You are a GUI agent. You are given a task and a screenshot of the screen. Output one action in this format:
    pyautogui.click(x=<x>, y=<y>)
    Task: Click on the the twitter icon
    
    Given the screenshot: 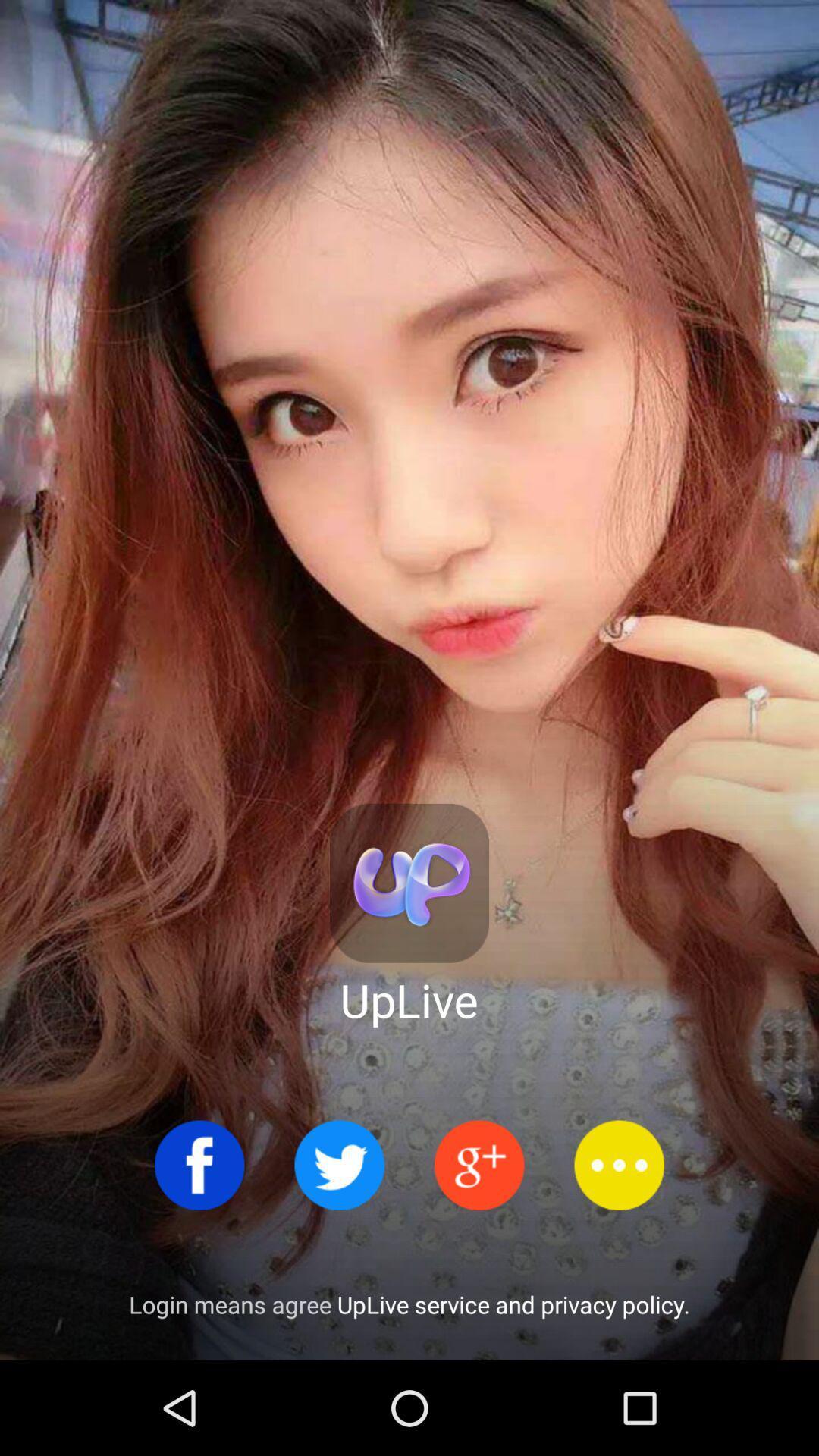 What is the action you would take?
    pyautogui.click(x=338, y=1164)
    